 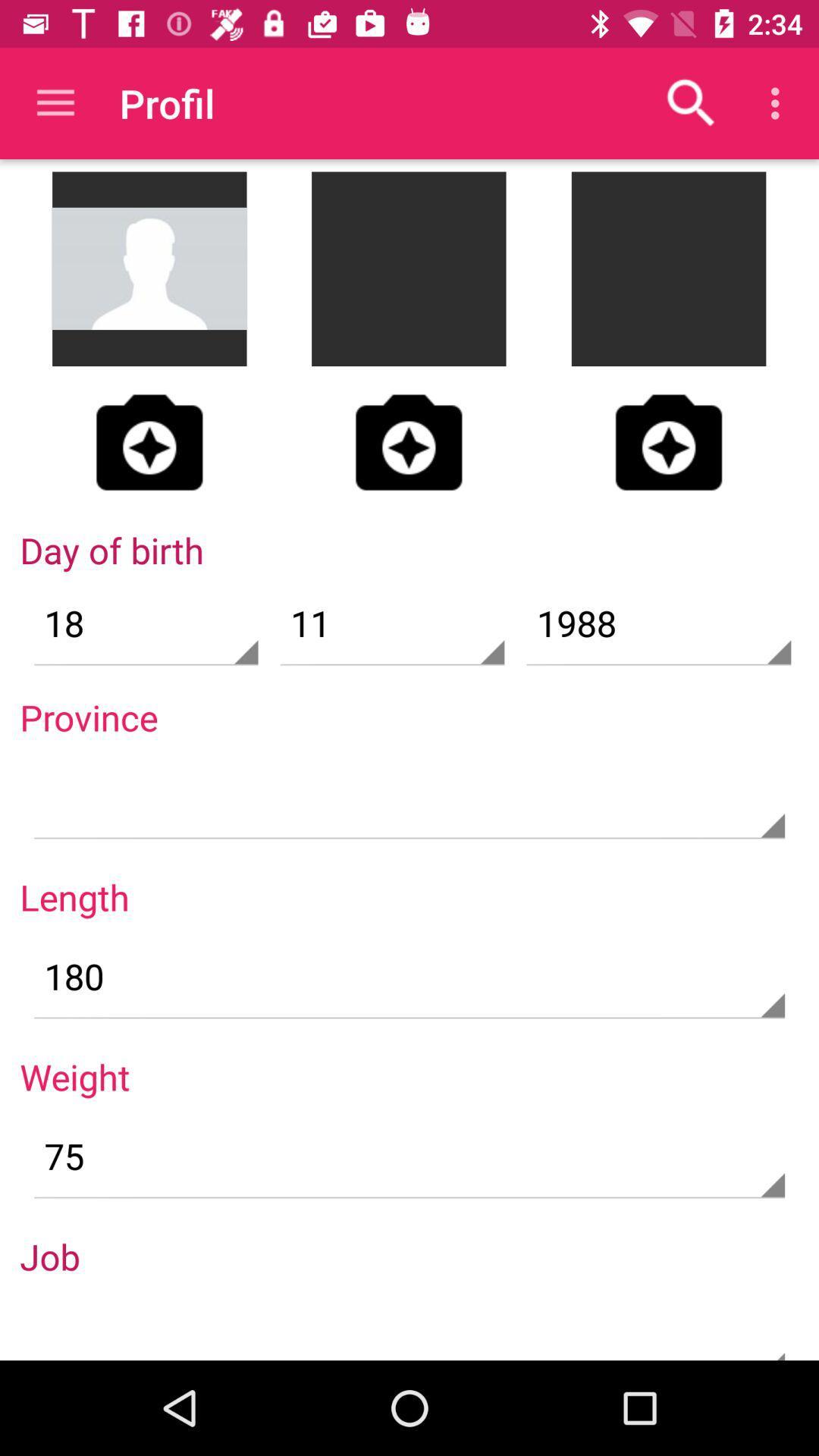 I want to click on take a photo, so click(x=408, y=441).